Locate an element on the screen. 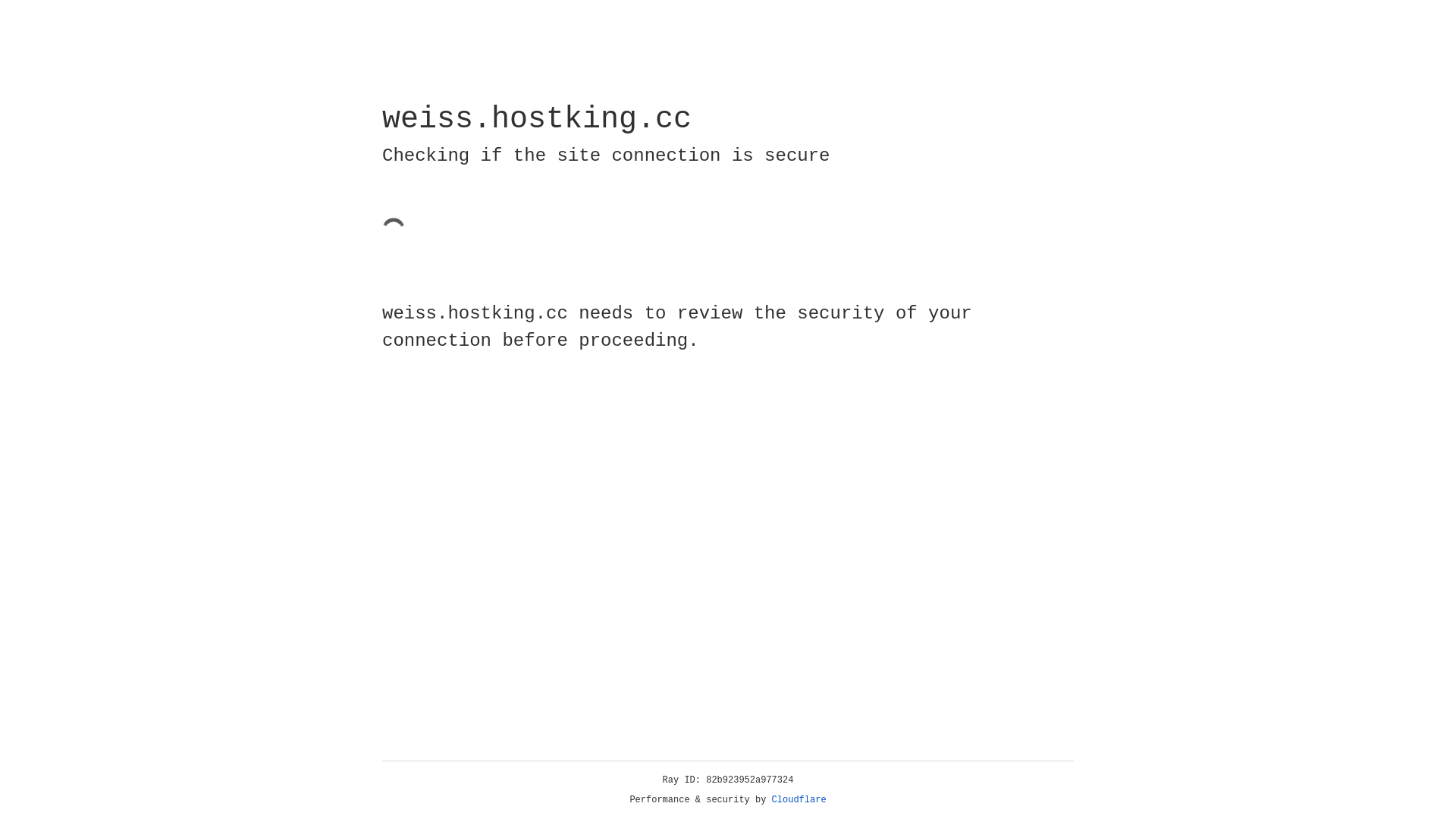 This screenshot has height=819, width=1456. 'Cloudflare' is located at coordinates (771, 799).